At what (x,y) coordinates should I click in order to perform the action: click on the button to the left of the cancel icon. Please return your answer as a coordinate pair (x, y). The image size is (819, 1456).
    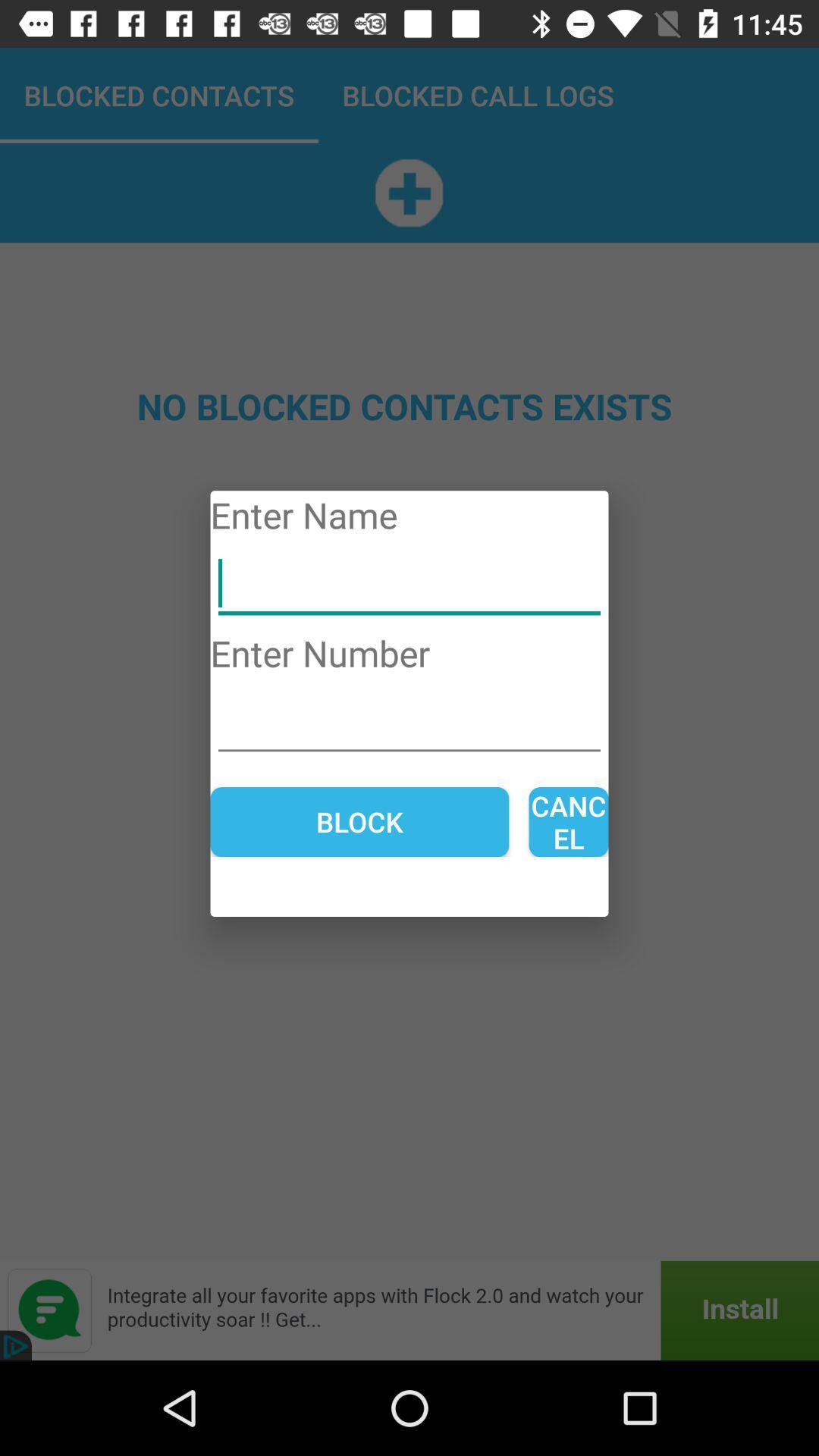
    Looking at the image, I should click on (359, 821).